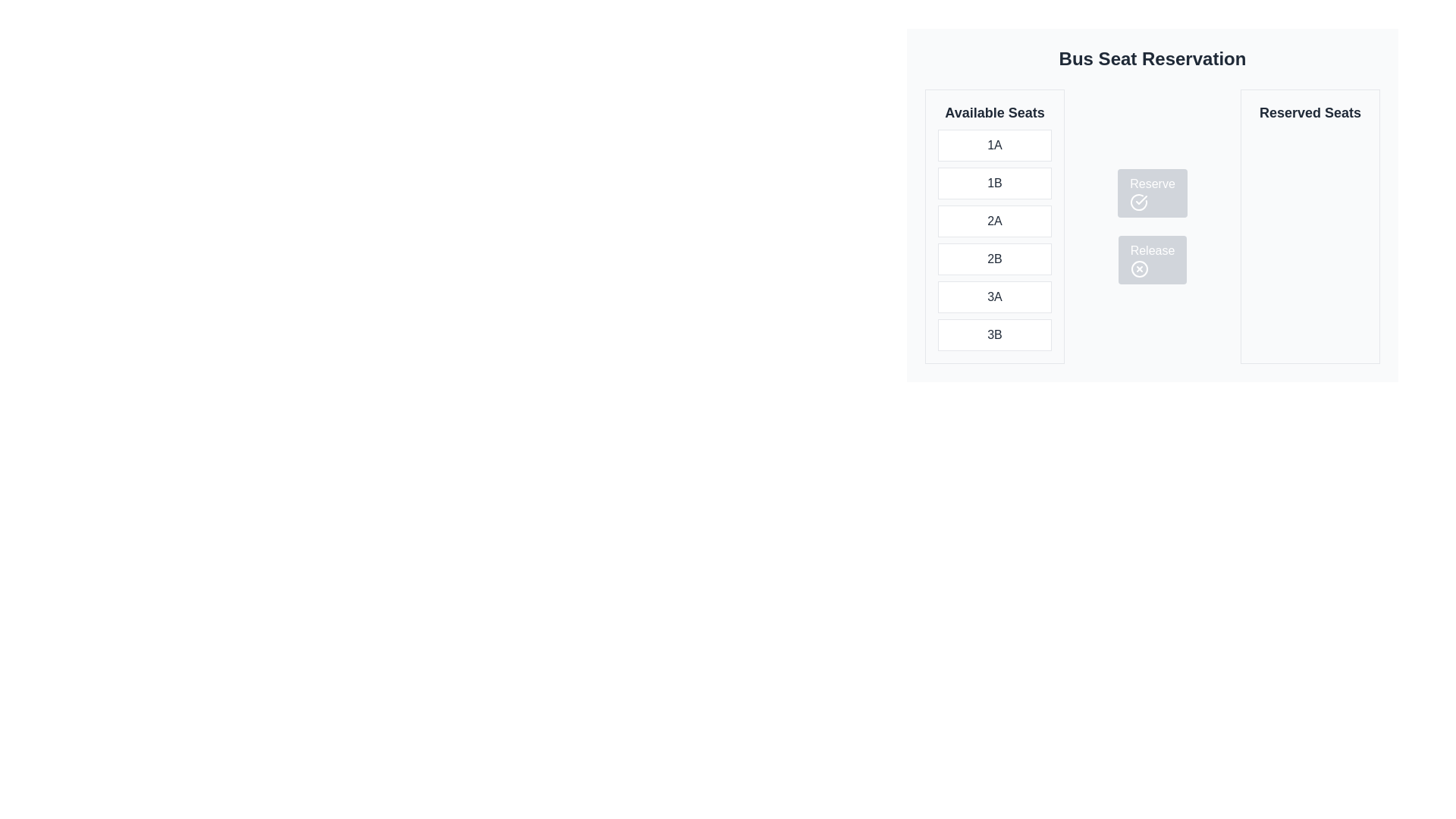  Describe the element at coordinates (1153, 227) in the screenshot. I see `the interactive elements of the Grid layout section within the 'Bus Seat Reservation' interface` at that location.